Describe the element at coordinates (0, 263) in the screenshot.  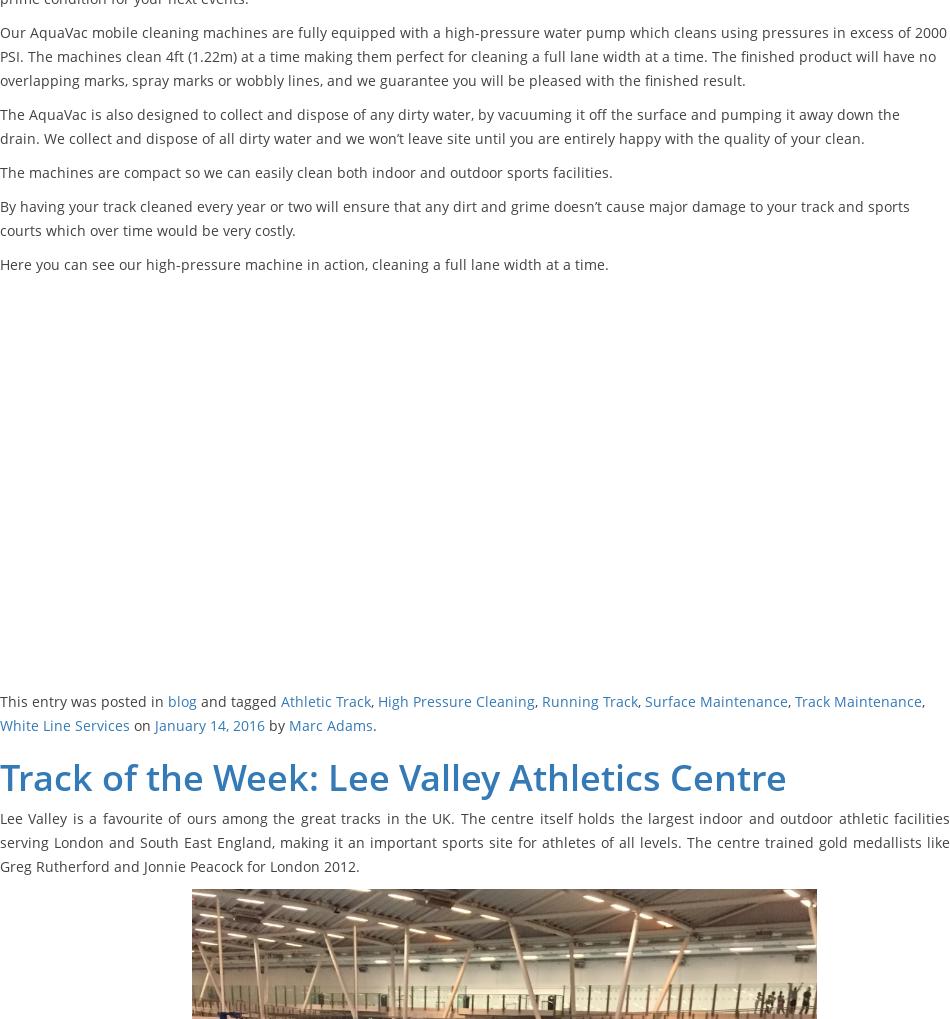
I see `'Here you can see our high-pressure machine in action, cleaning a full lane width at a time.'` at that location.